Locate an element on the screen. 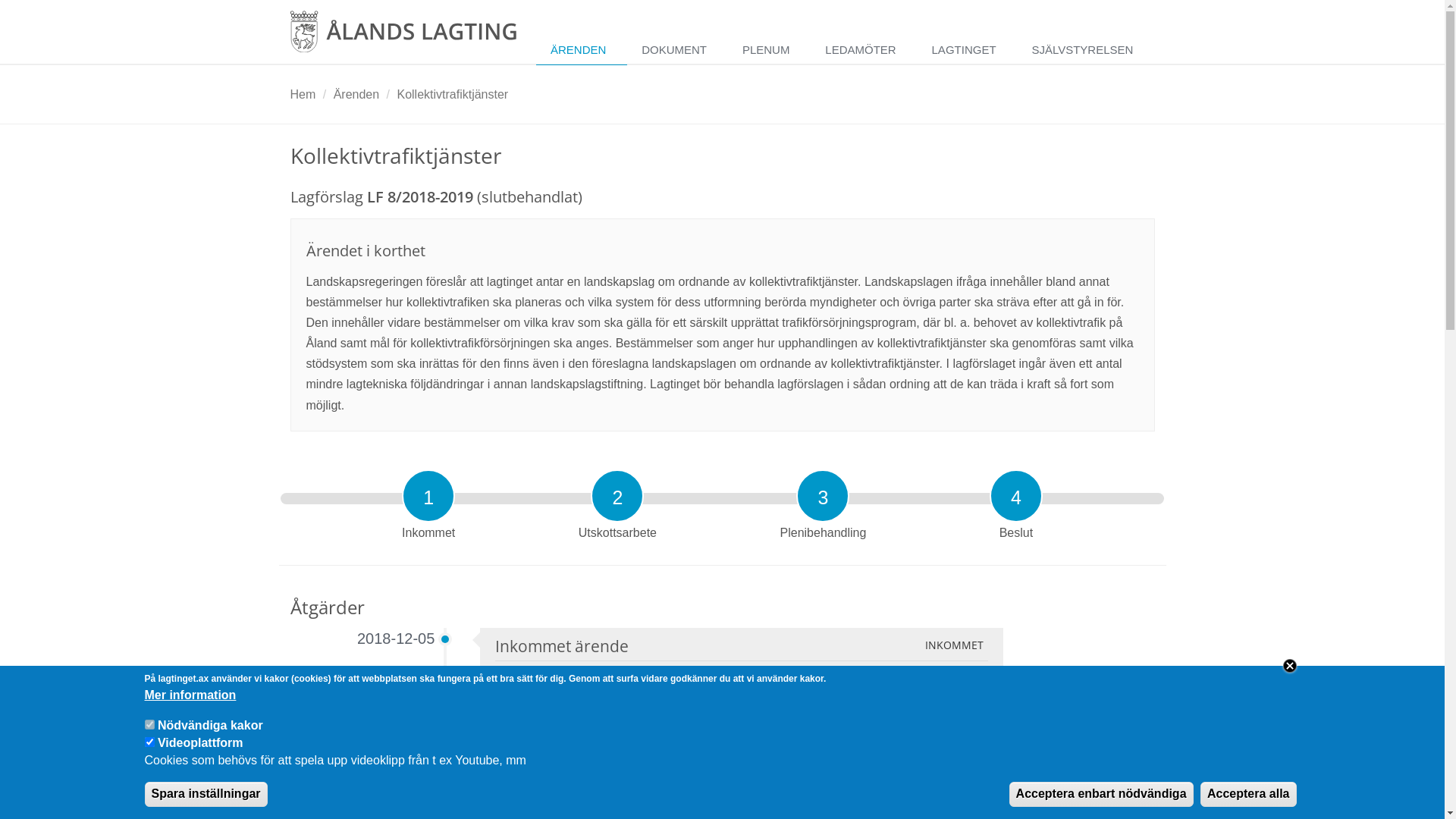 This screenshot has width=1456, height=819. '2' is located at coordinates (617, 496).